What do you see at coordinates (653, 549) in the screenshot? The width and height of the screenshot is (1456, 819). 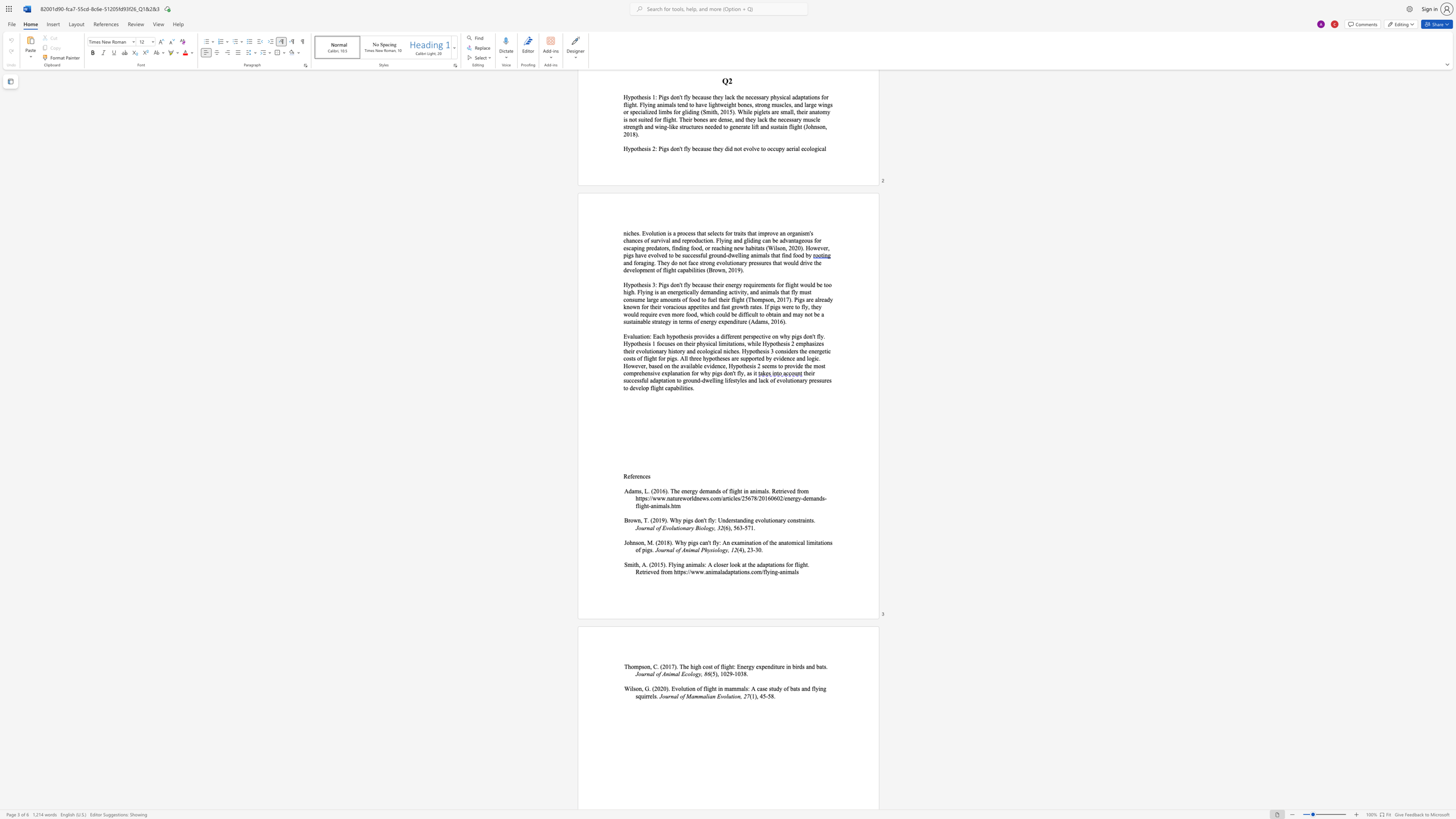 I see `the 1th character "." in the text` at bounding box center [653, 549].